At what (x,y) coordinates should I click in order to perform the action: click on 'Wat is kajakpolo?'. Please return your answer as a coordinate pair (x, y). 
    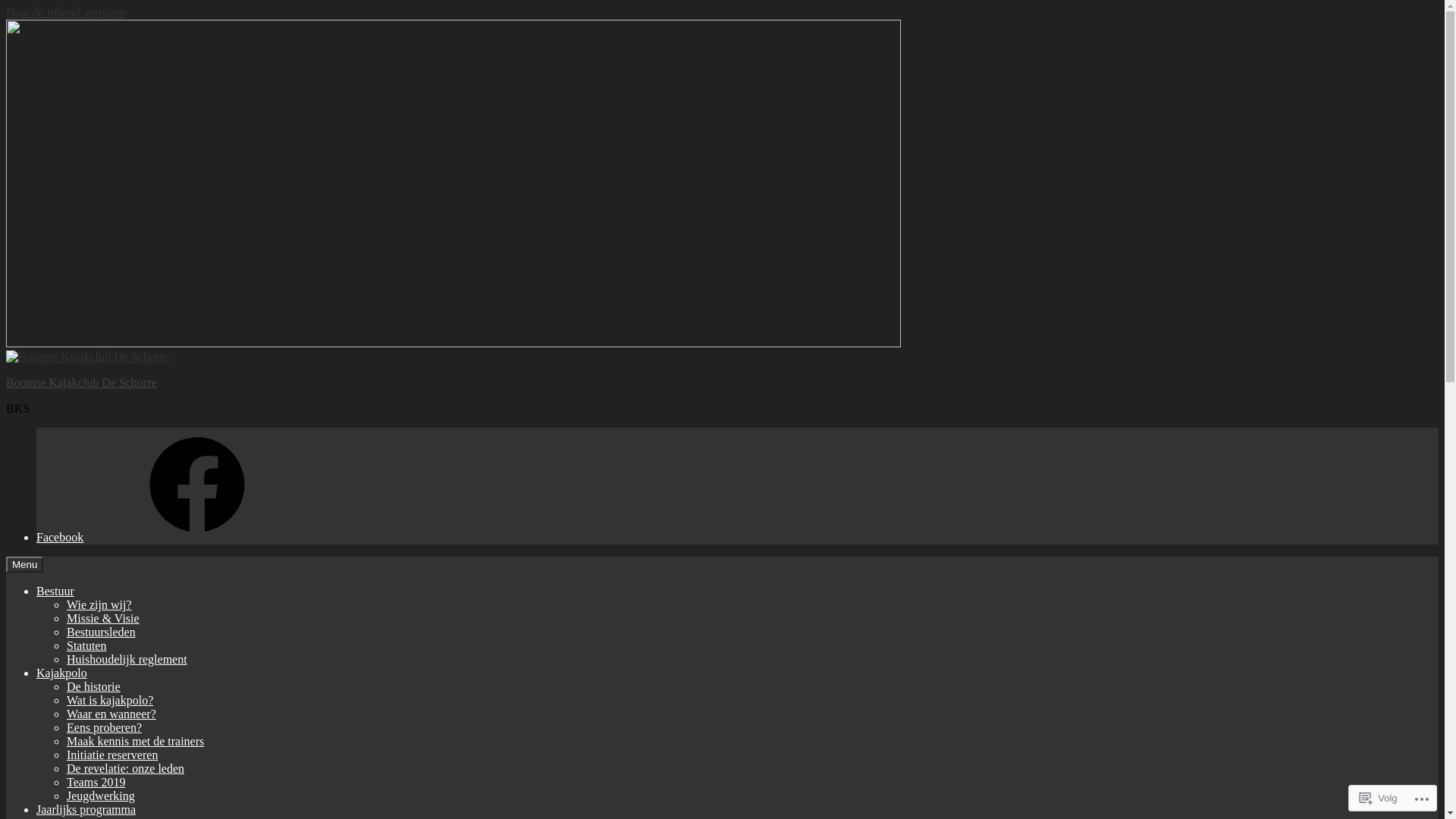
    Looking at the image, I should click on (108, 700).